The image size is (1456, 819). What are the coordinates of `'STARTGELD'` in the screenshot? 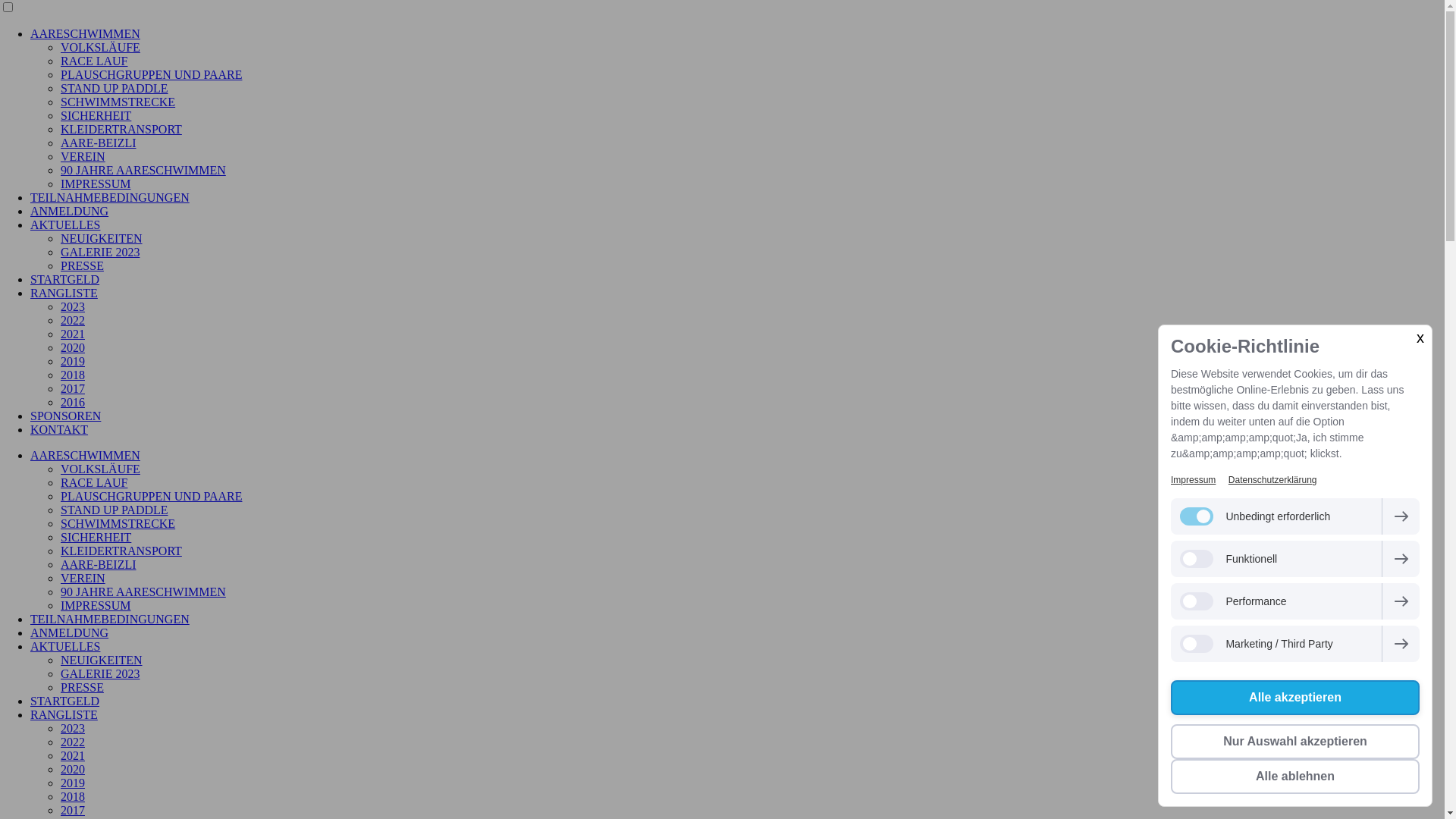 It's located at (30, 701).